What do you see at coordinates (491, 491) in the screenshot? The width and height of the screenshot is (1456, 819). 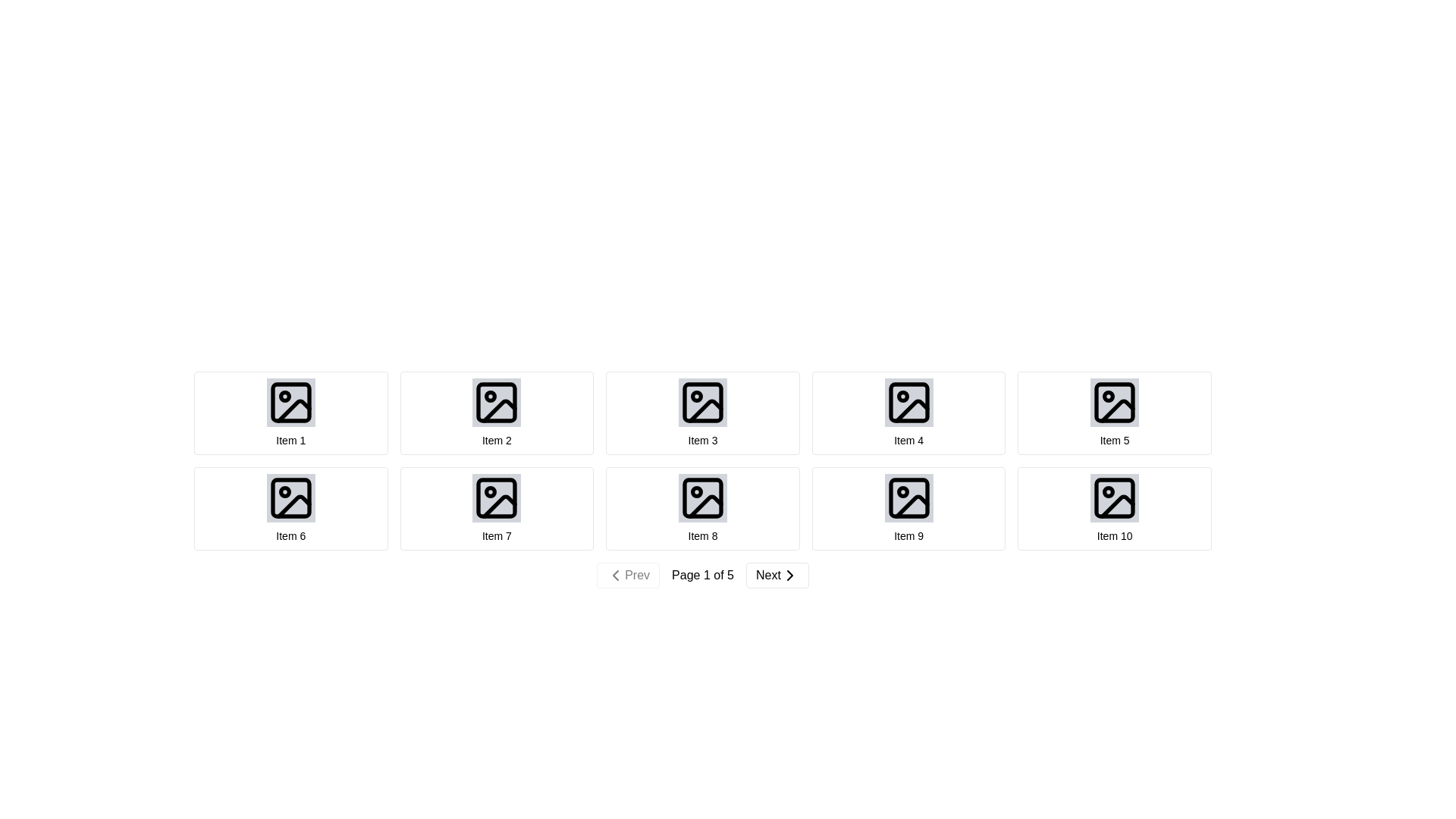 I see `the dot inside the Graphical Icon Component representing 'Item 7'` at bounding box center [491, 491].